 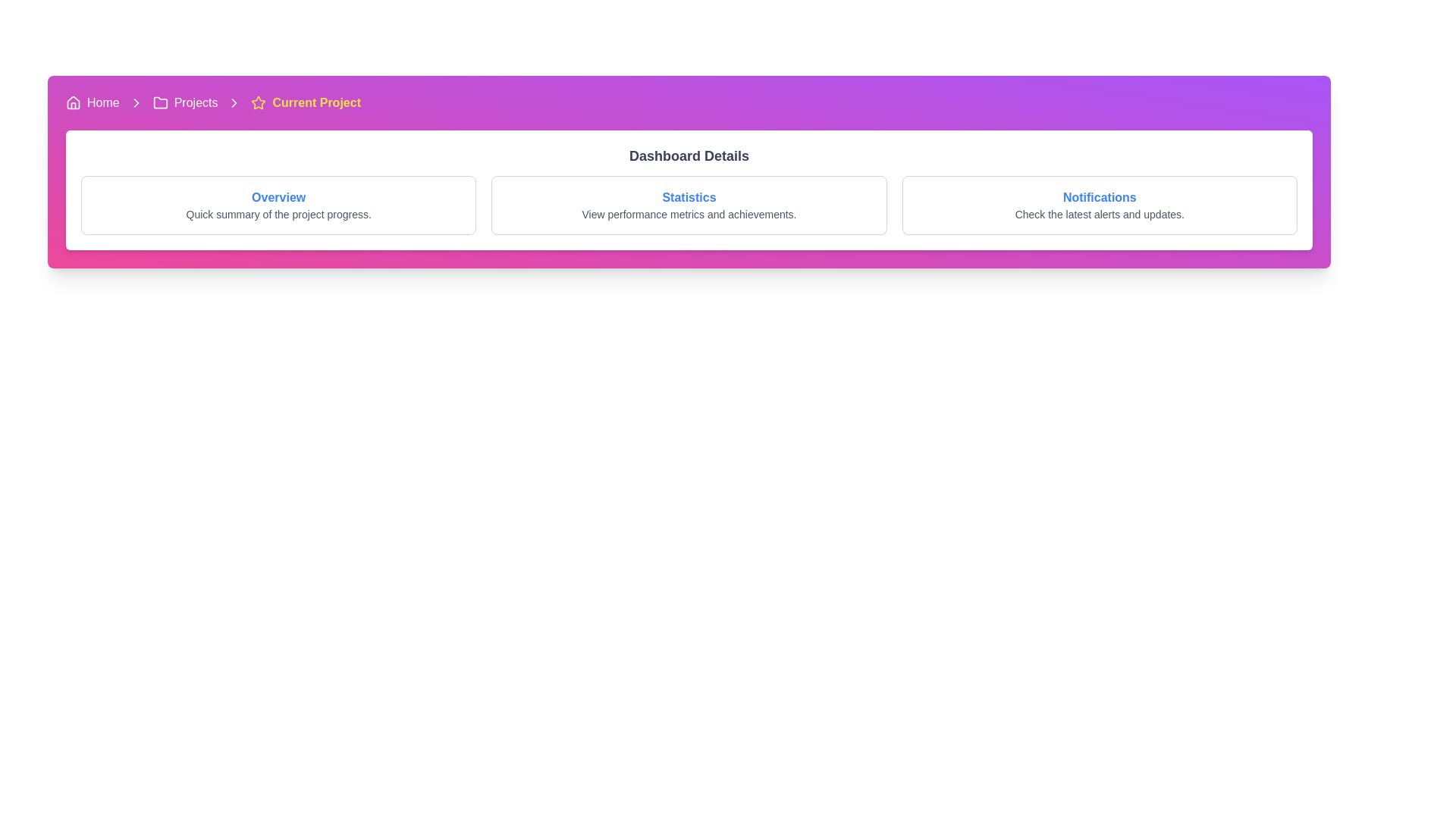 What do you see at coordinates (72, 102) in the screenshot?
I see `the 'Home' icon in the navigation header, which serves as a visual cue for breadcrumb navigation` at bounding box center [72, 102].